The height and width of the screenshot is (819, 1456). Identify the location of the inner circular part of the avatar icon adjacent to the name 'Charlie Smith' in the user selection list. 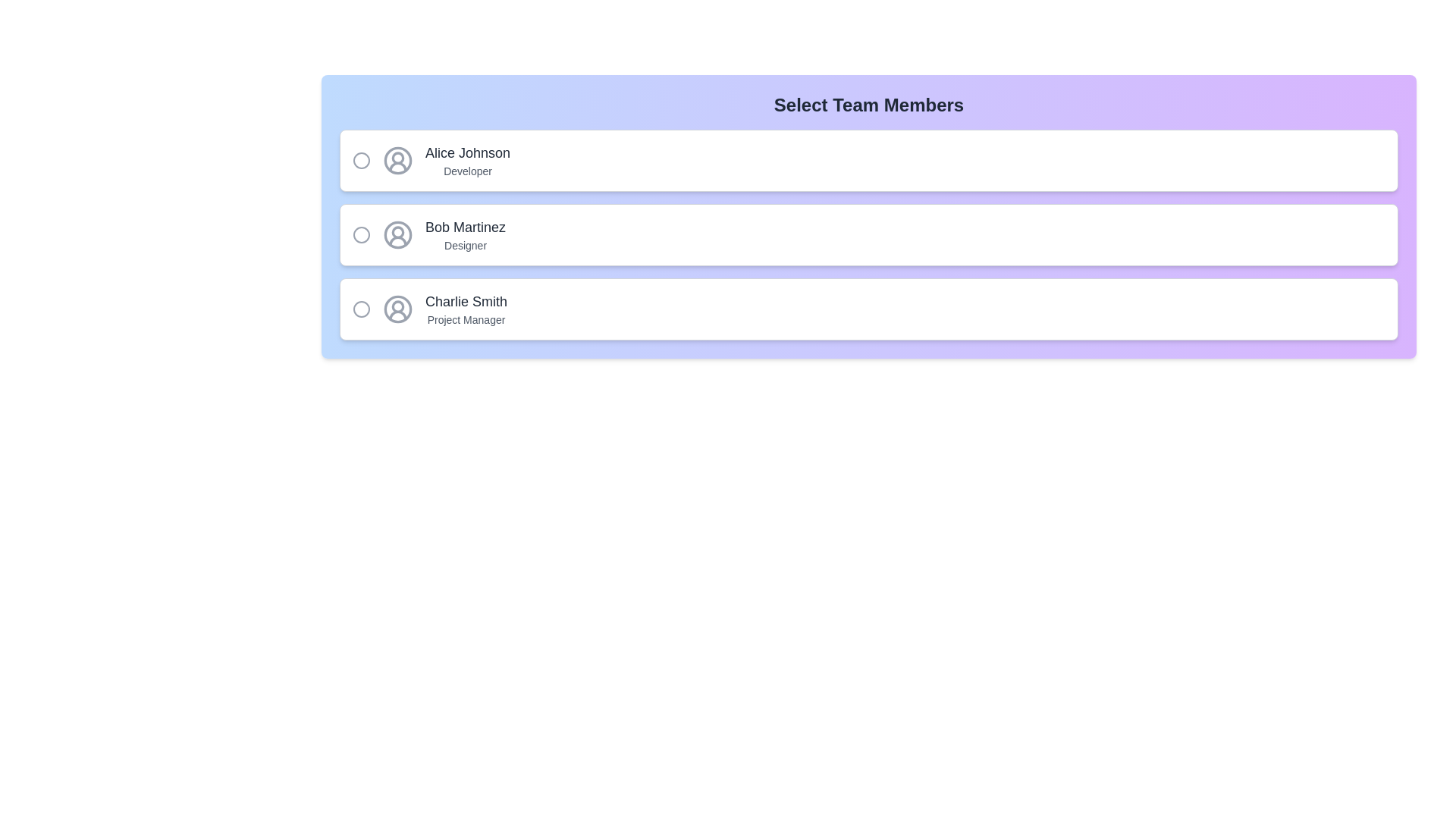
(397, 306).